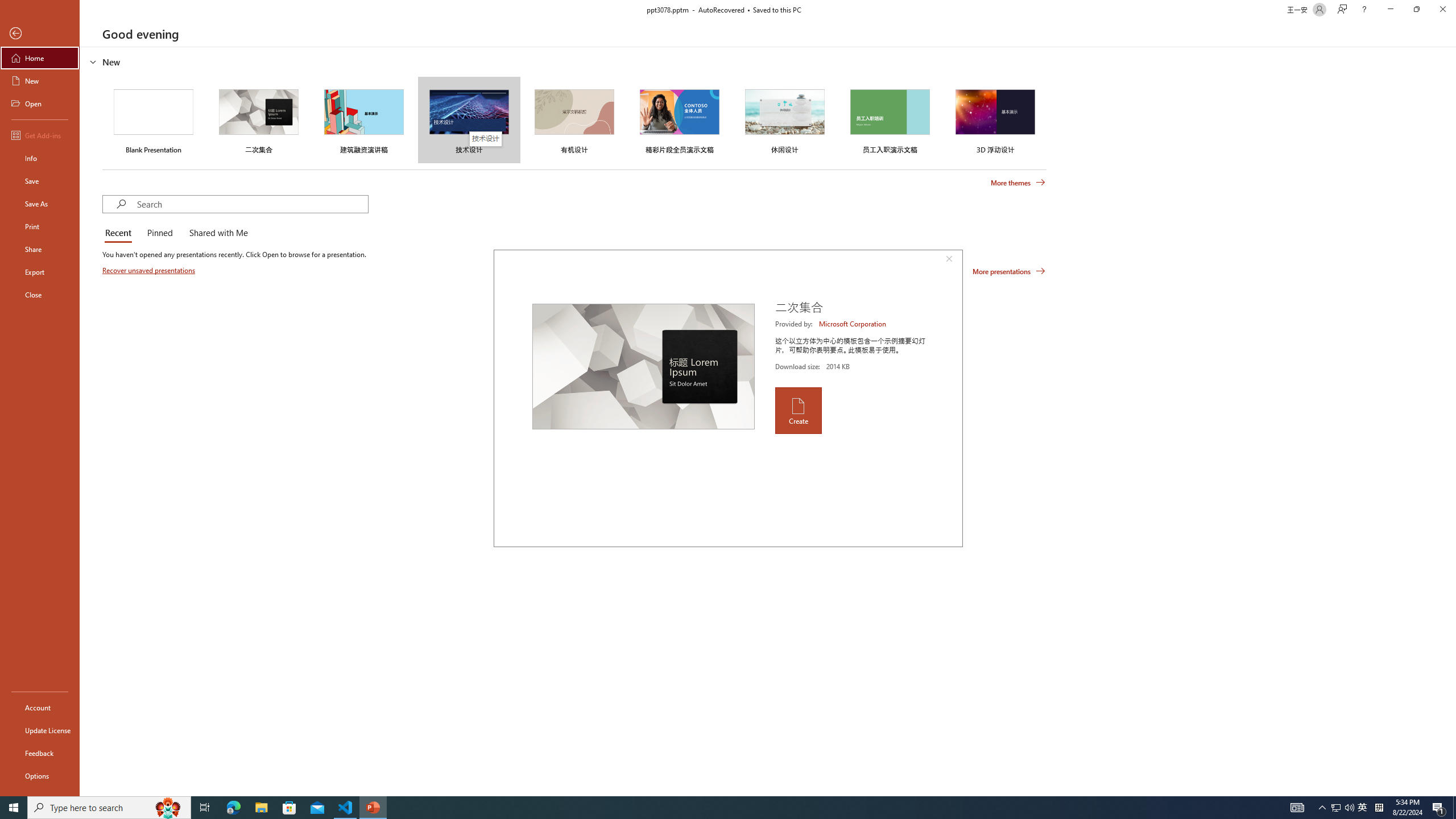 Image resolution: width=1456 pixels, height=819 pixels. I want to click on 'Update License', so click(39, 730).